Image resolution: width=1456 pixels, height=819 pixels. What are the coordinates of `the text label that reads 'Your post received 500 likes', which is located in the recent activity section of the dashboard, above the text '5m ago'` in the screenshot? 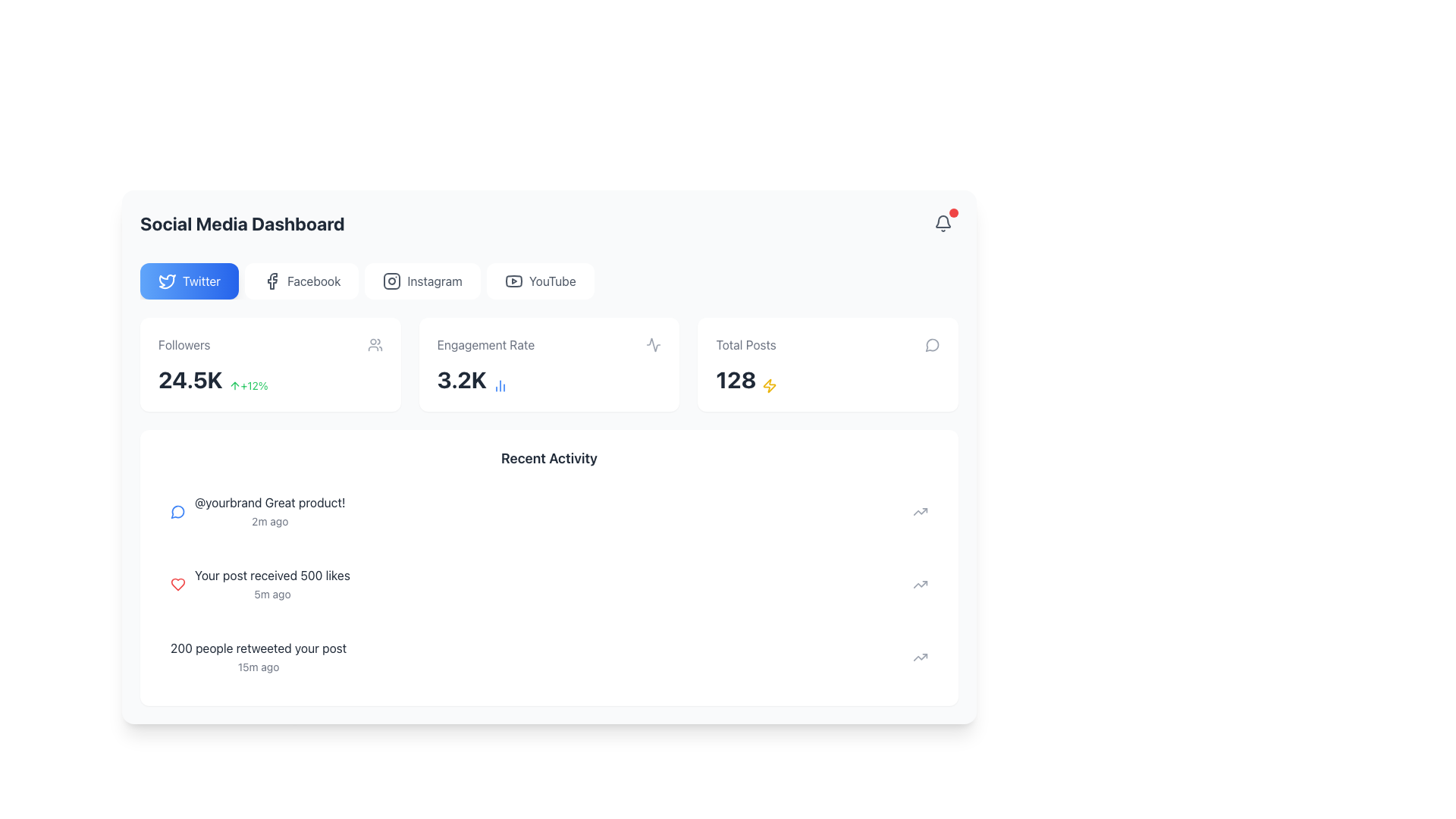 It's located at (272, 576).